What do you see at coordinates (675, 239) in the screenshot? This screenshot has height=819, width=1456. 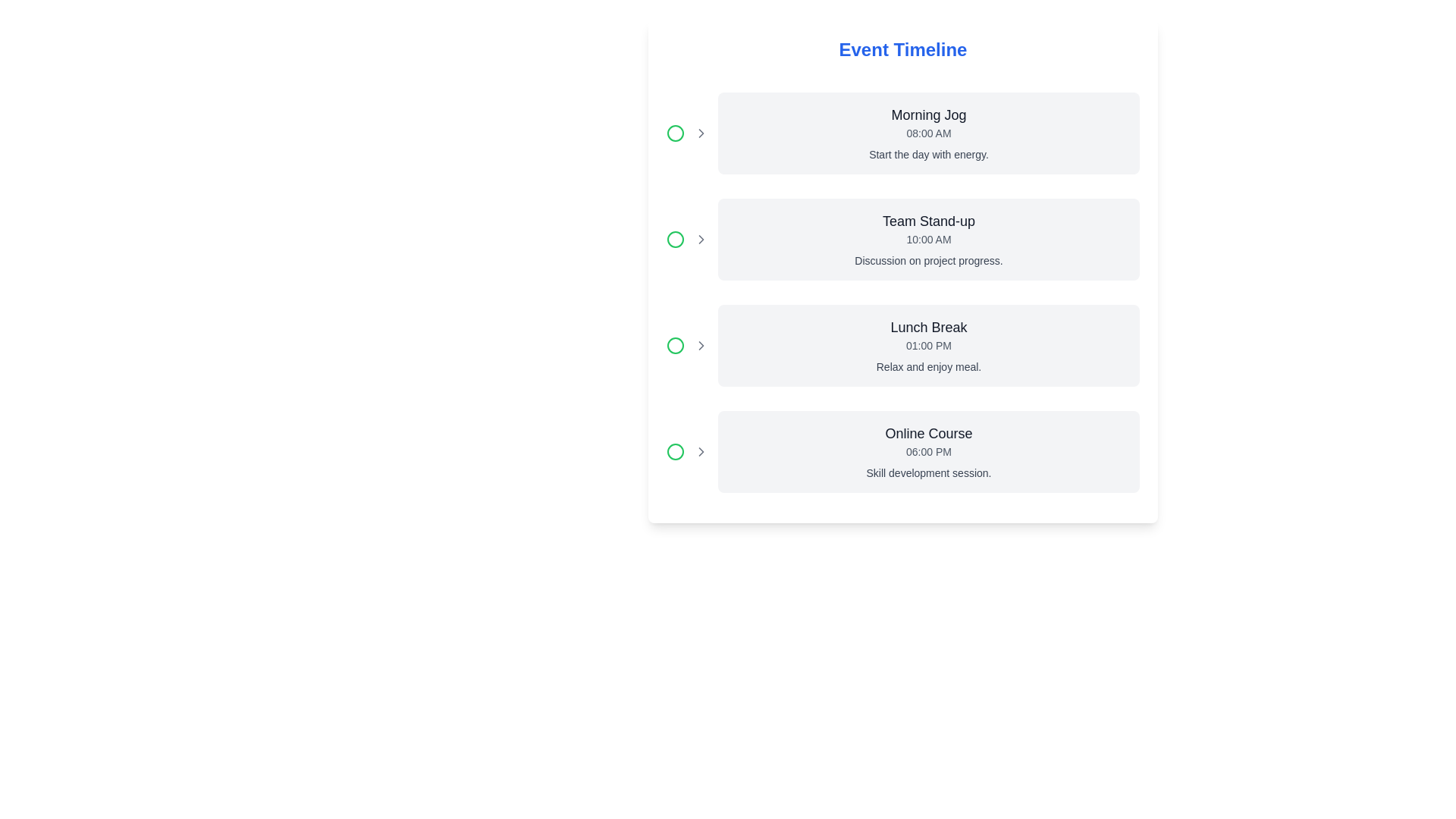 I see `the circular icon with a green outline located to the left of the 'Team Stand-up' text in the event timeline interface` at bounding box center [675, 239].